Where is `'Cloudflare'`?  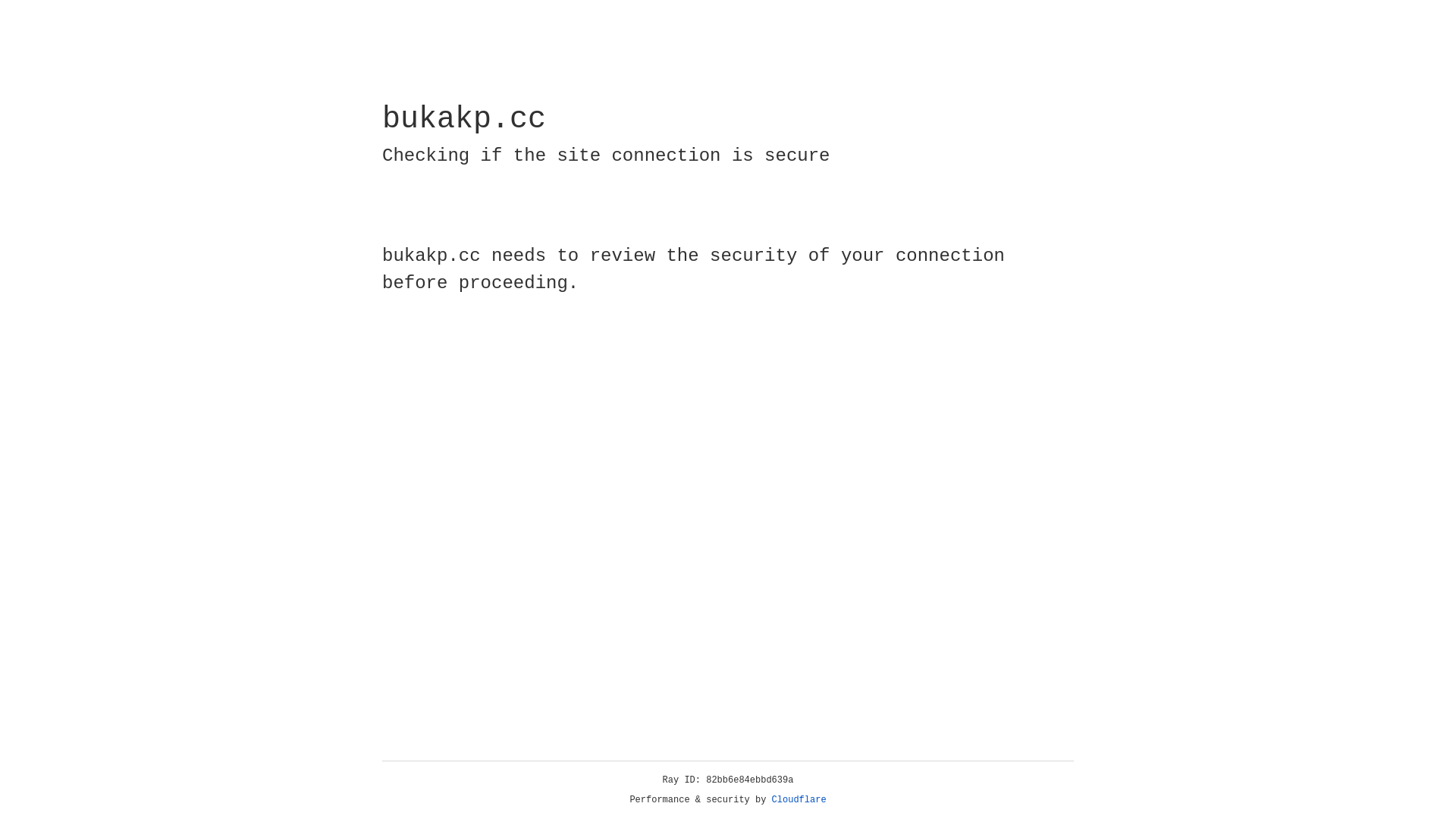
'Cloudflare' is located at coordinates (799, 799).